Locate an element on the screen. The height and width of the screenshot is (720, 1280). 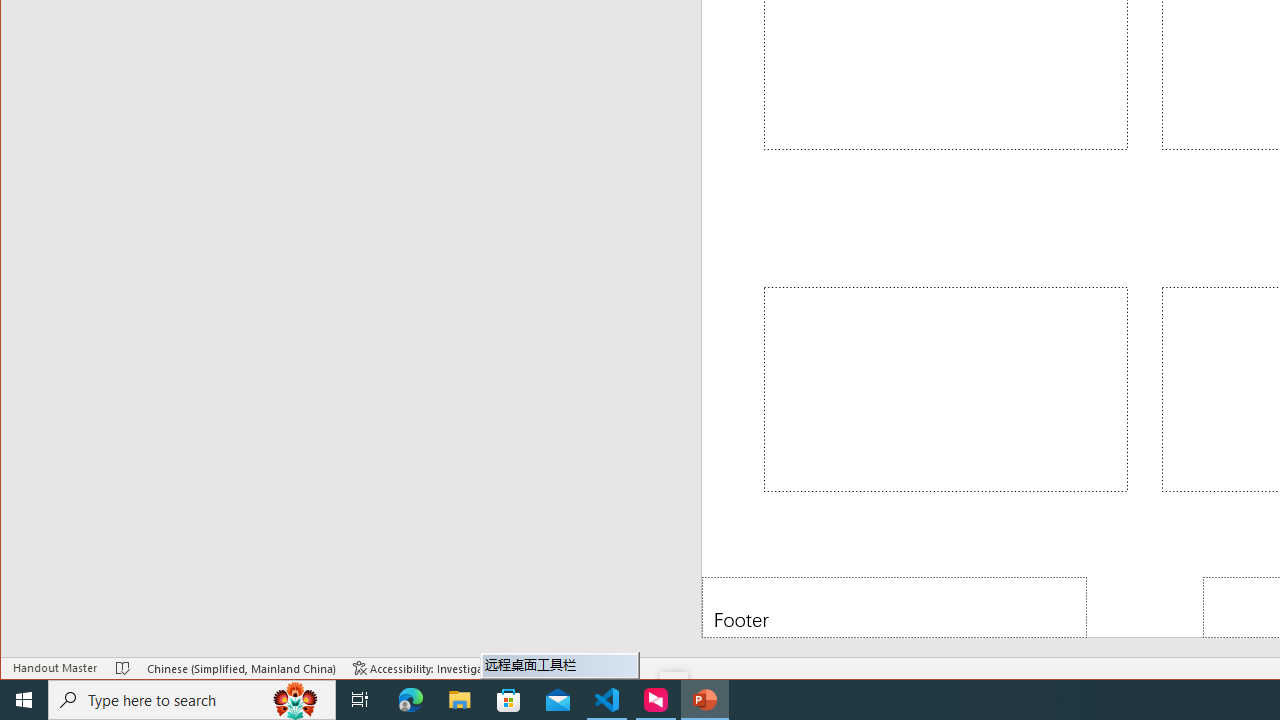
'File Explorer' is located at coordinates (459, 698).